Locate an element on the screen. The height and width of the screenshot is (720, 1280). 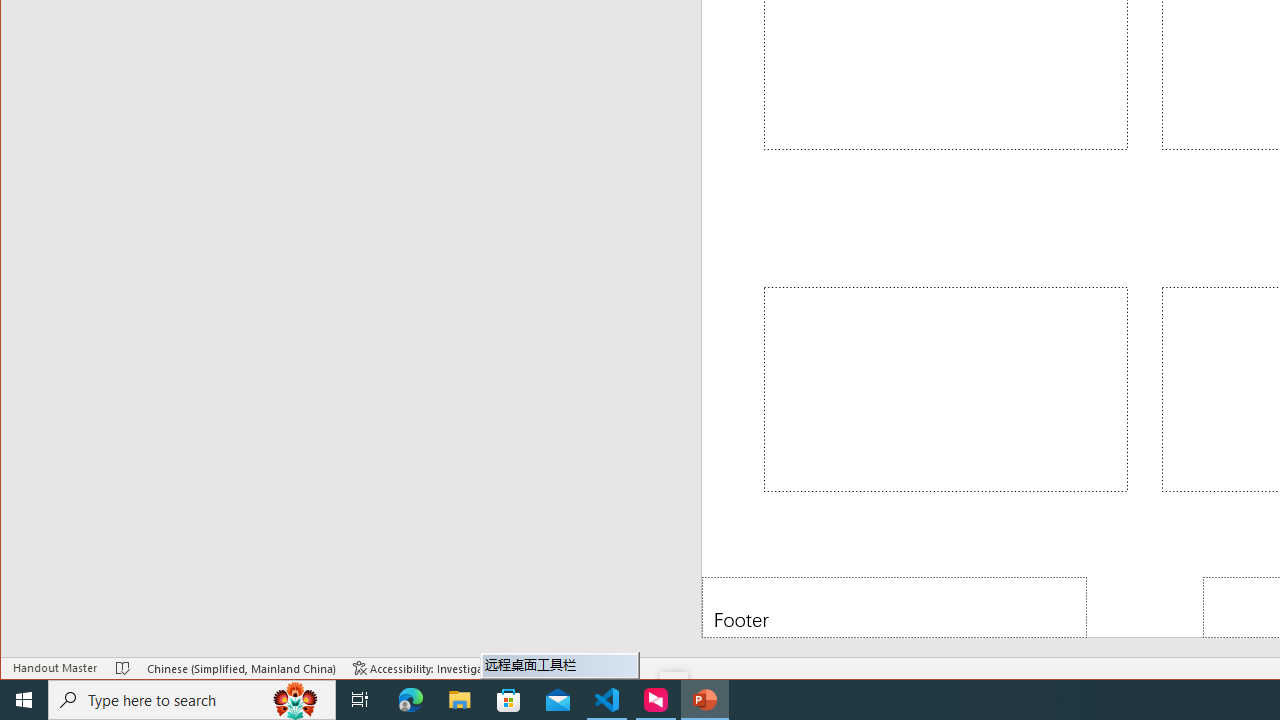
'File Explorer' is located at coordinates (459, 698).